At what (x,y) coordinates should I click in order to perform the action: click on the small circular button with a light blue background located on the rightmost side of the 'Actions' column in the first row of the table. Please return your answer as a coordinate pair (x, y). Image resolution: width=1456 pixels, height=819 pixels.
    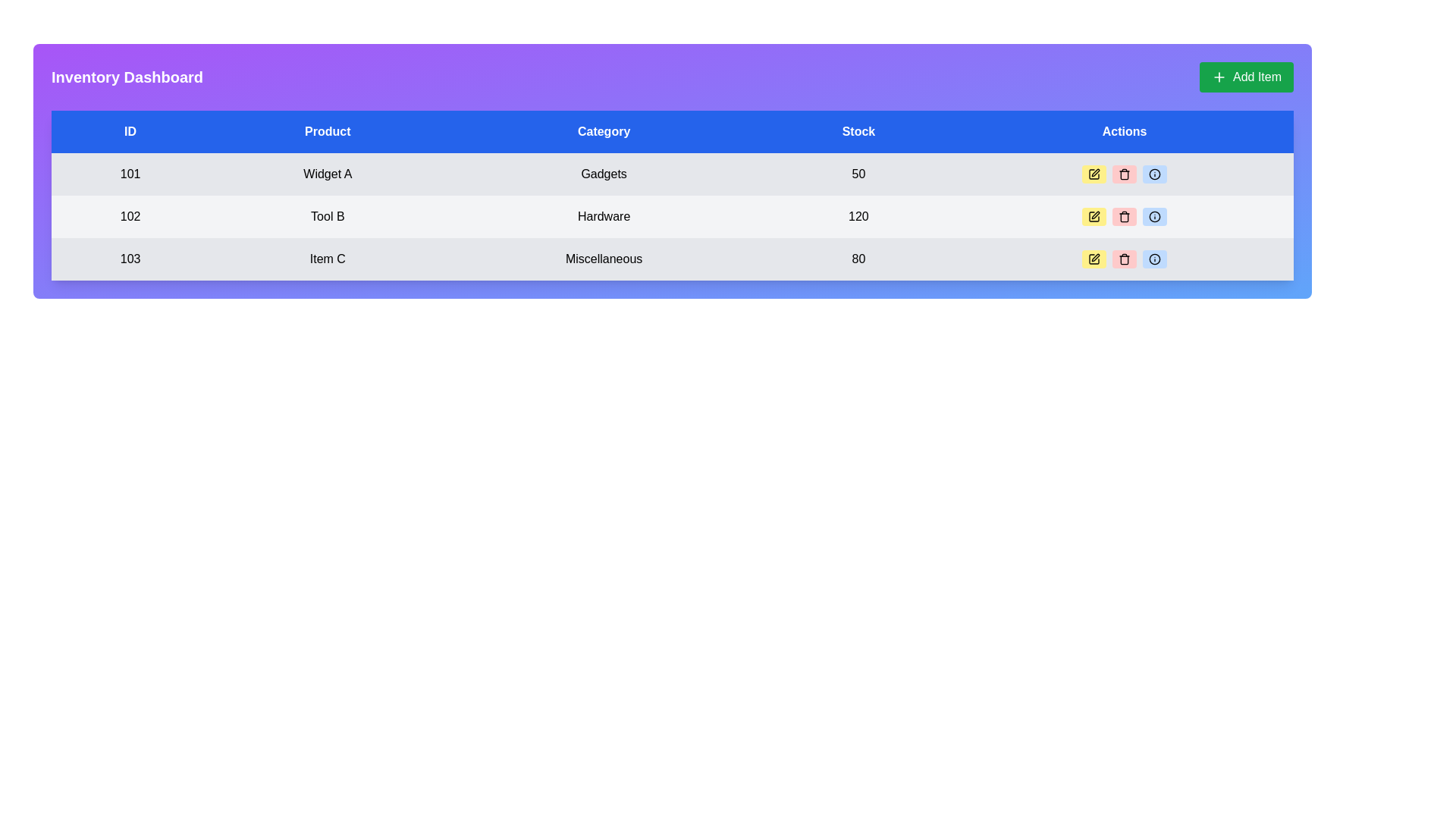
    Looking at the image, I should click on (1153, 174).